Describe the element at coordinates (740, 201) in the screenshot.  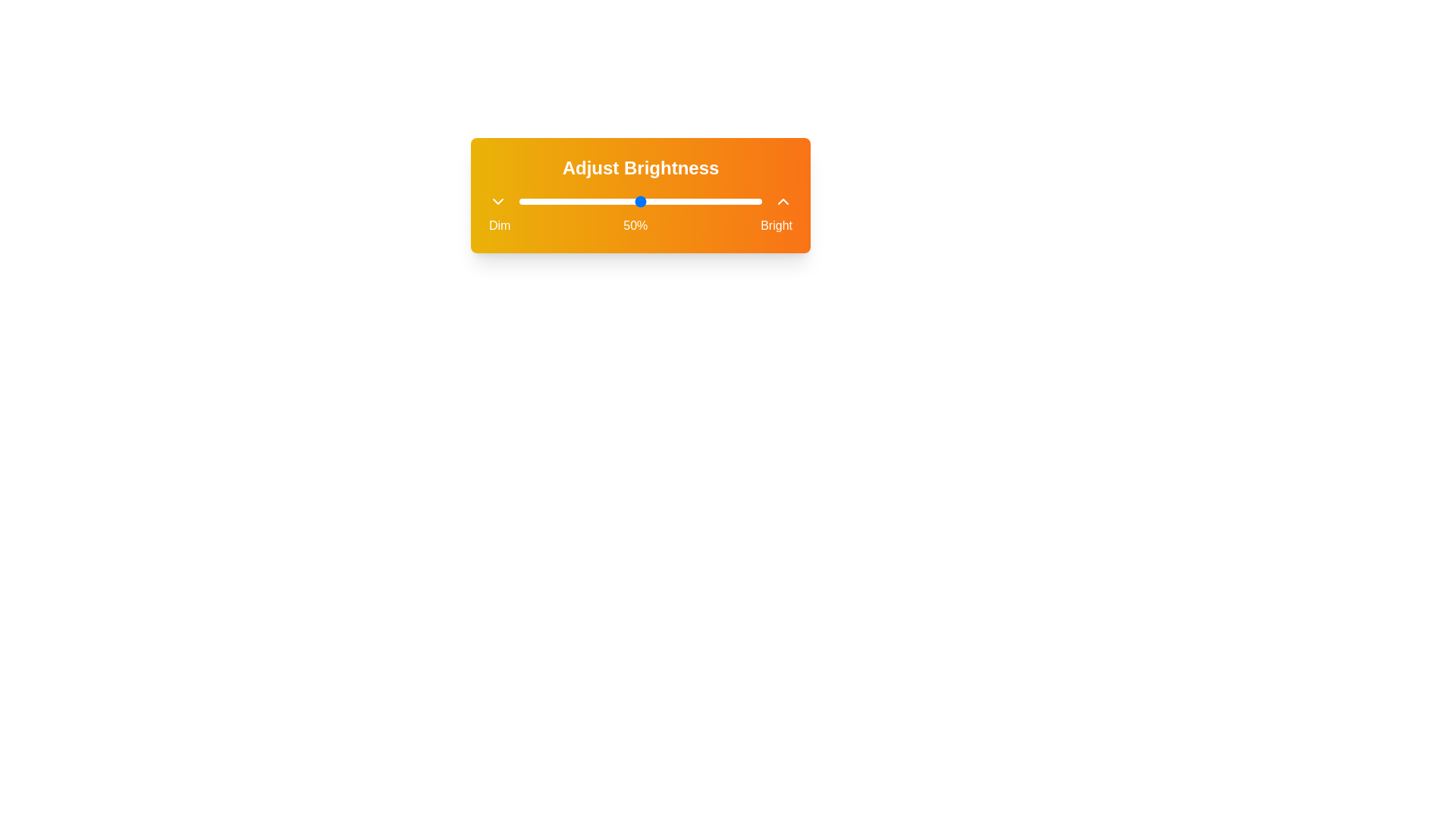
I see `brightness` at that location.